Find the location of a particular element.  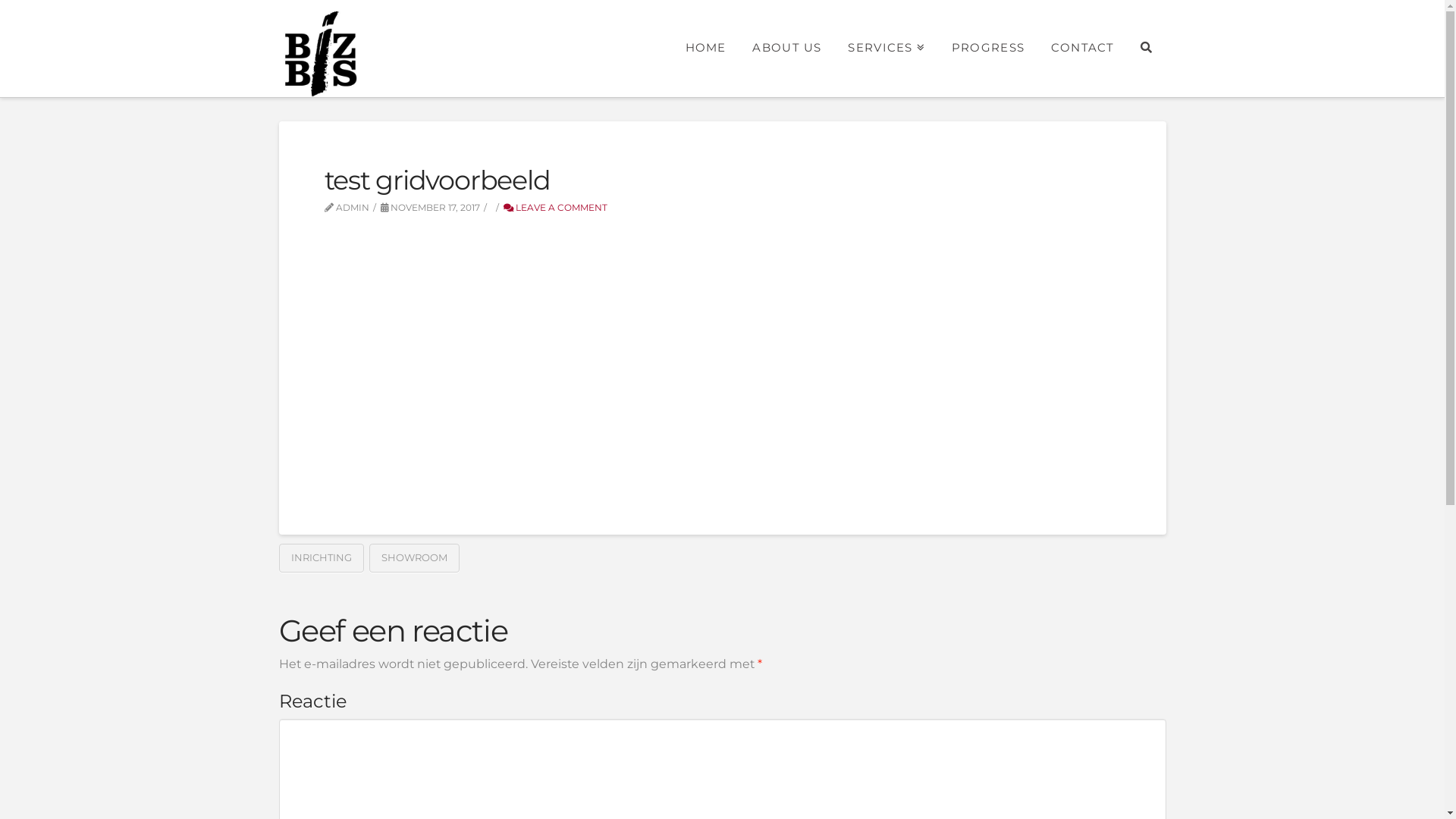

'ABOUT US' is located at coordinates (739, 45).